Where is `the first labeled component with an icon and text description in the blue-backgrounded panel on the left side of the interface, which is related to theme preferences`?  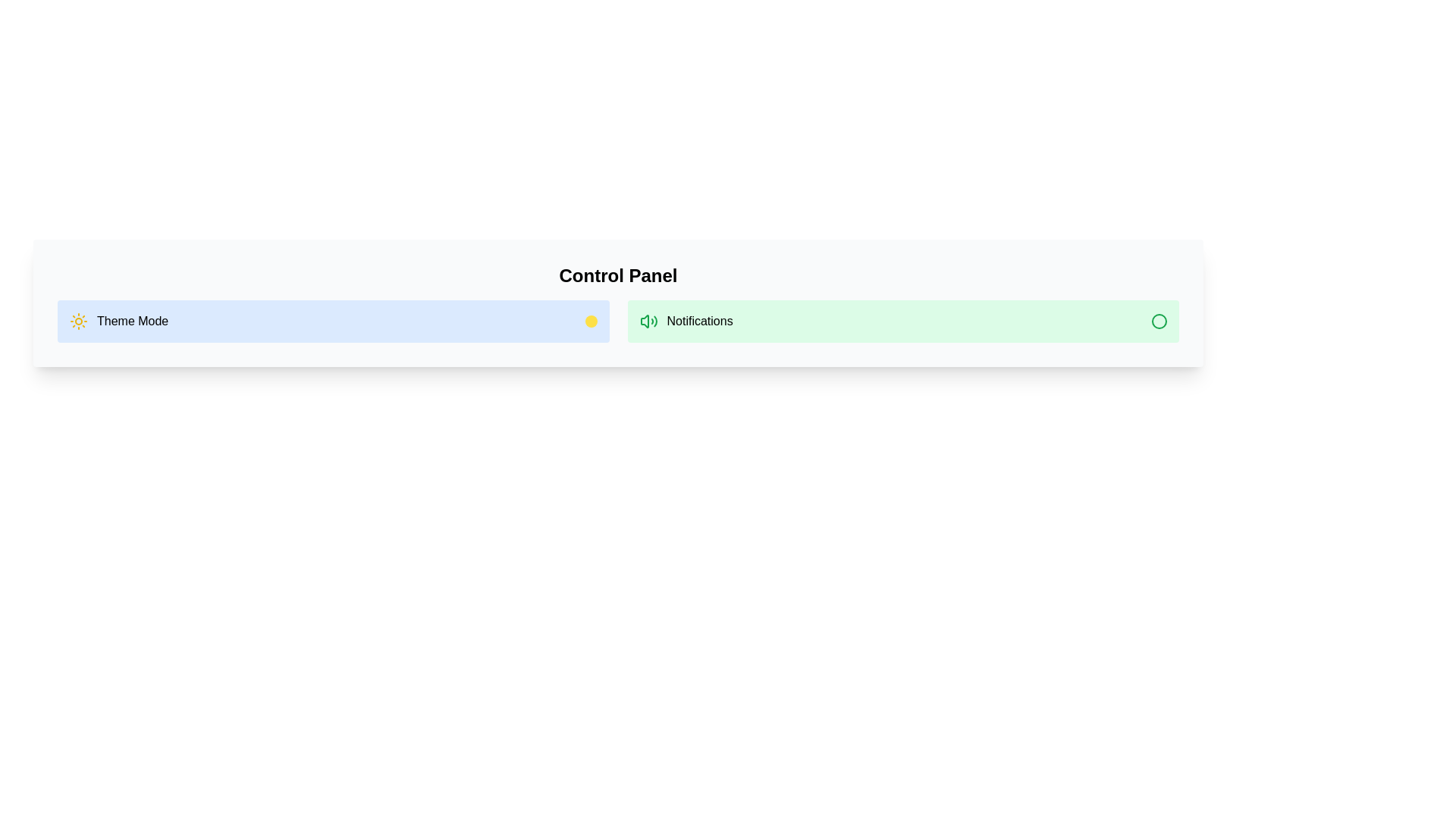 the first labeled component with an icon and text description in the blue-backgrounded panel on the left side of the interface, which is related to theme preferences is located at coordinates (118, 321).